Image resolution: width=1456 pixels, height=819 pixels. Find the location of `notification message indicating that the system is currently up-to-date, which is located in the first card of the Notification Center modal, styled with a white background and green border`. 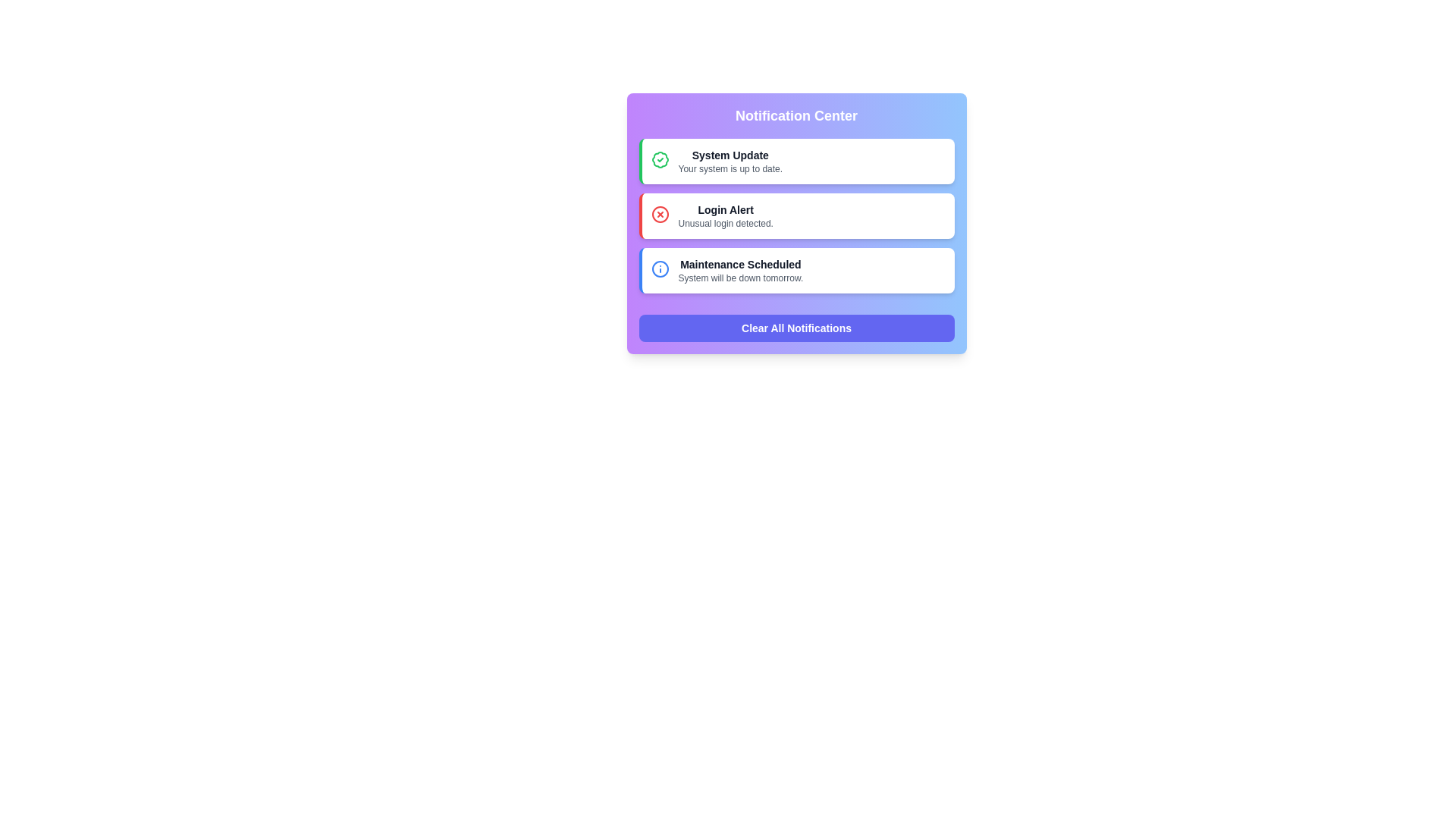

notification message indicating that the system is currently up-to-date, which is located in the first card of the Notification Center modal, styled with a white background and green border is located at coordinates (730, 161).